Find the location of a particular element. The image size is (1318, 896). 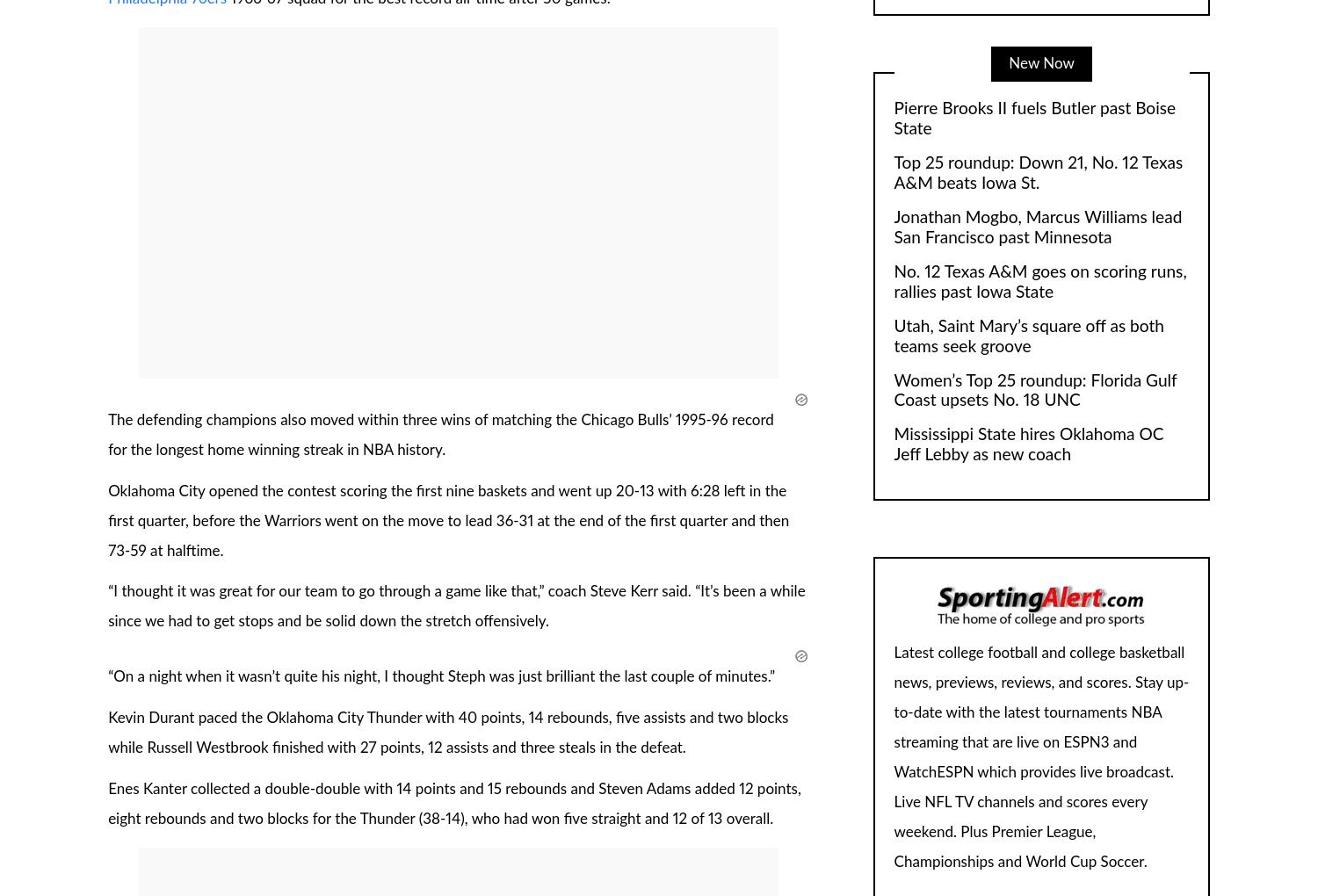

'Pierre Brooks II fuels Butler past Boise State' is located at coordinates (1034, 119).